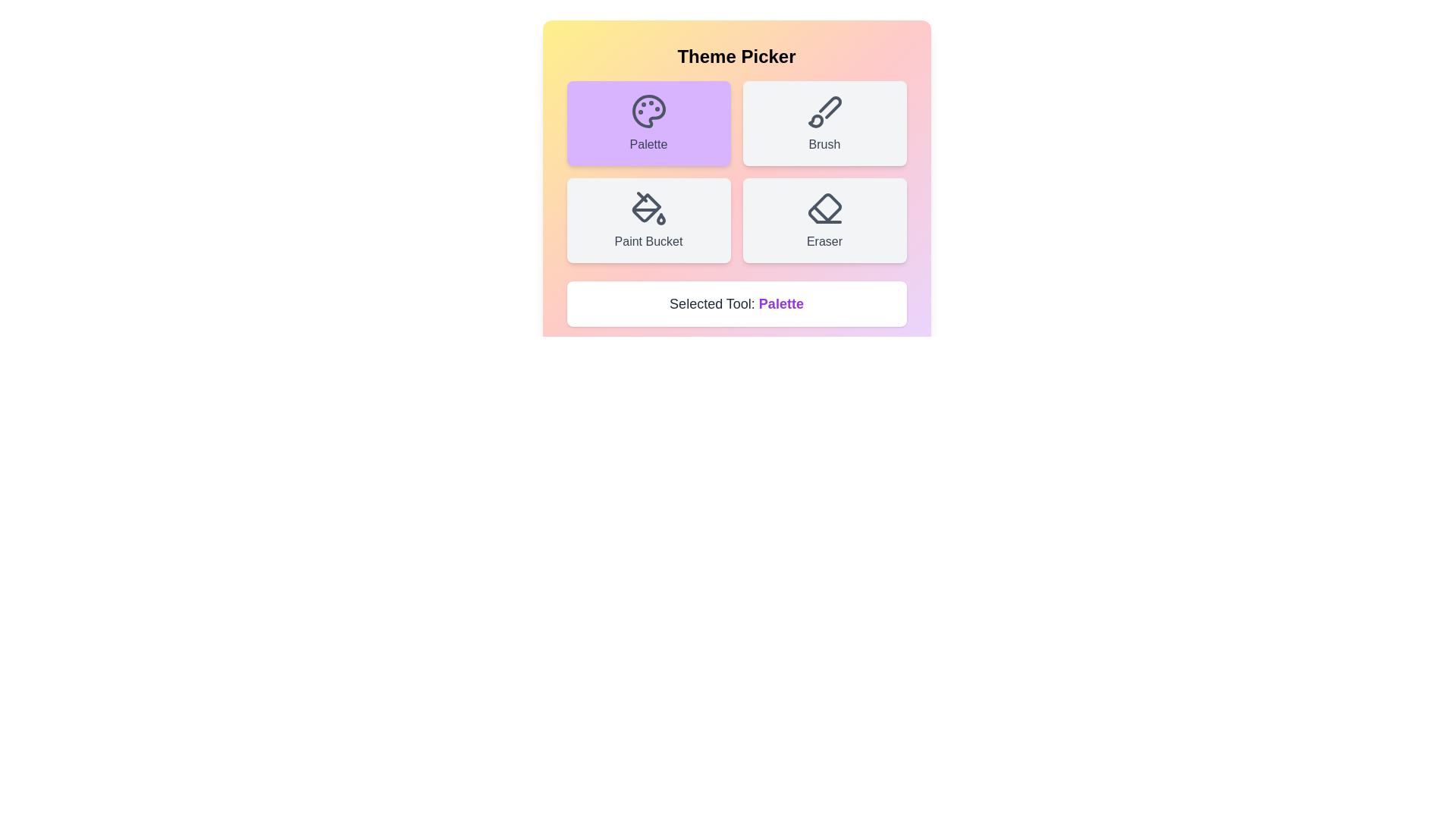  I want to click on the tool button labeled Paint Bucket to observe visual feedback, so click(648, 220).